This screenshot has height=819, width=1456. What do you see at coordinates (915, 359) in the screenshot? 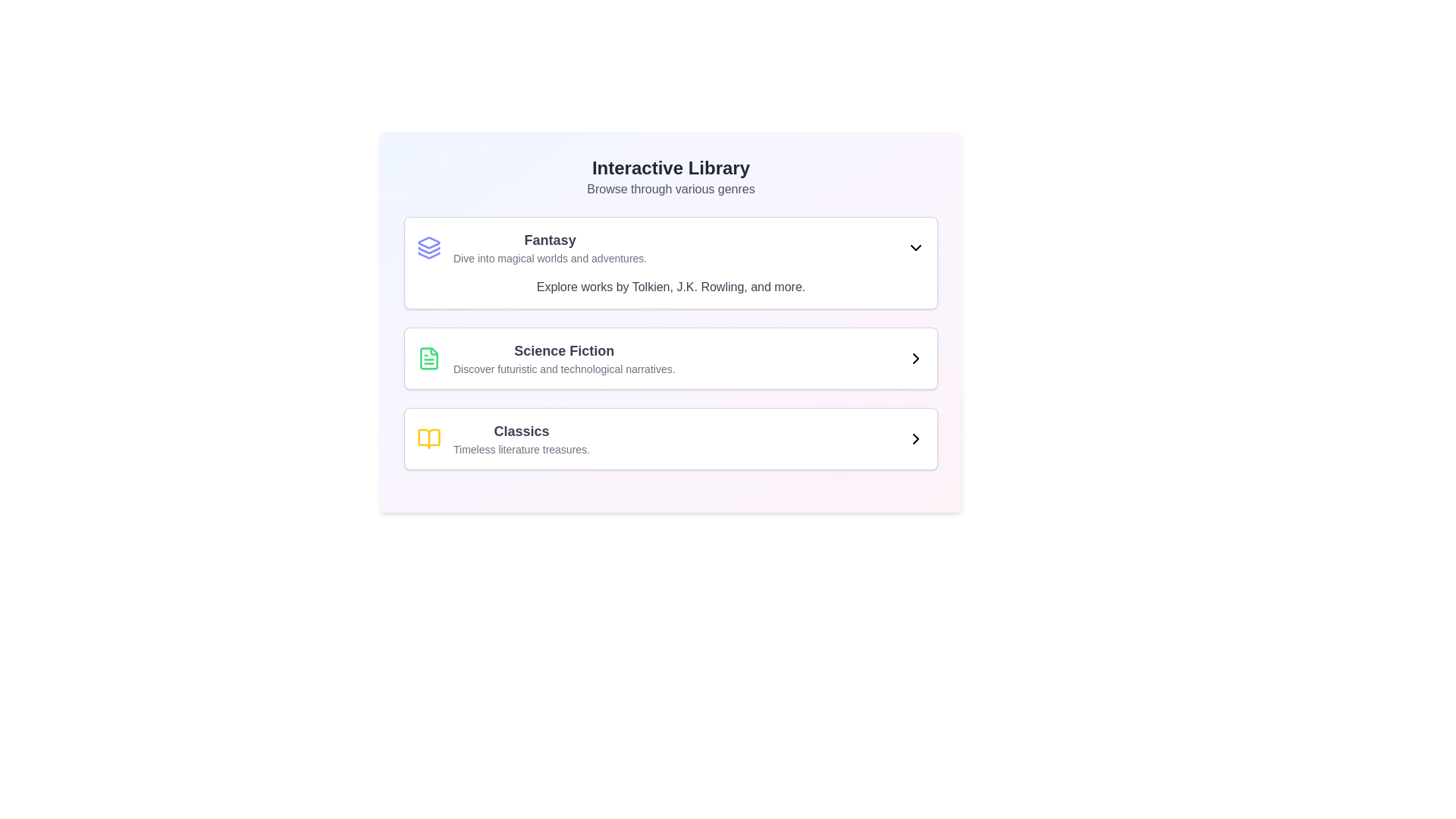
I see `the chevron icon located` at bounding box center [915, 359].